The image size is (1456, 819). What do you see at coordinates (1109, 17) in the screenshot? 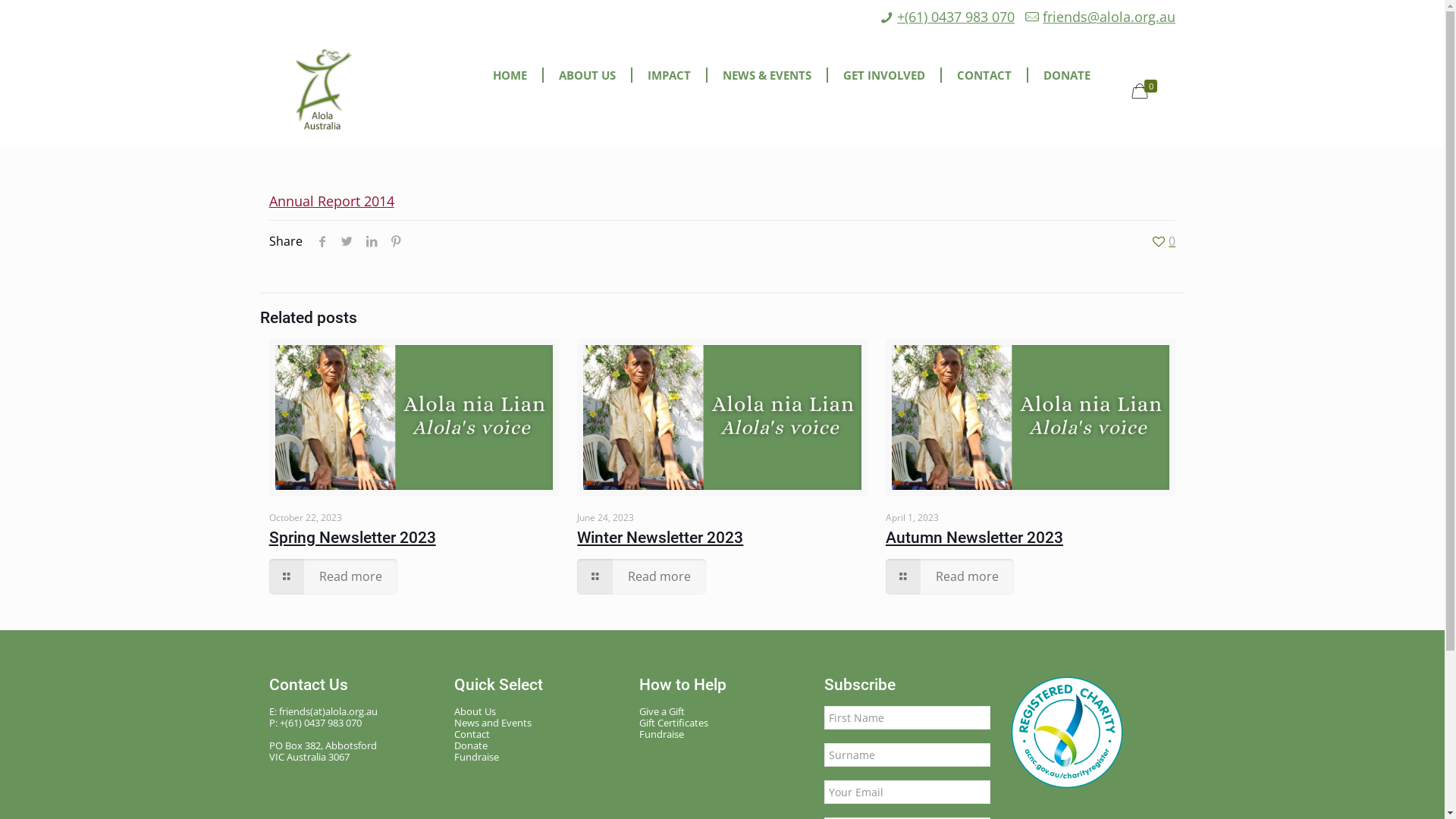
I see `'friends@alola.org.au'` at bounding box center [1109, 17].